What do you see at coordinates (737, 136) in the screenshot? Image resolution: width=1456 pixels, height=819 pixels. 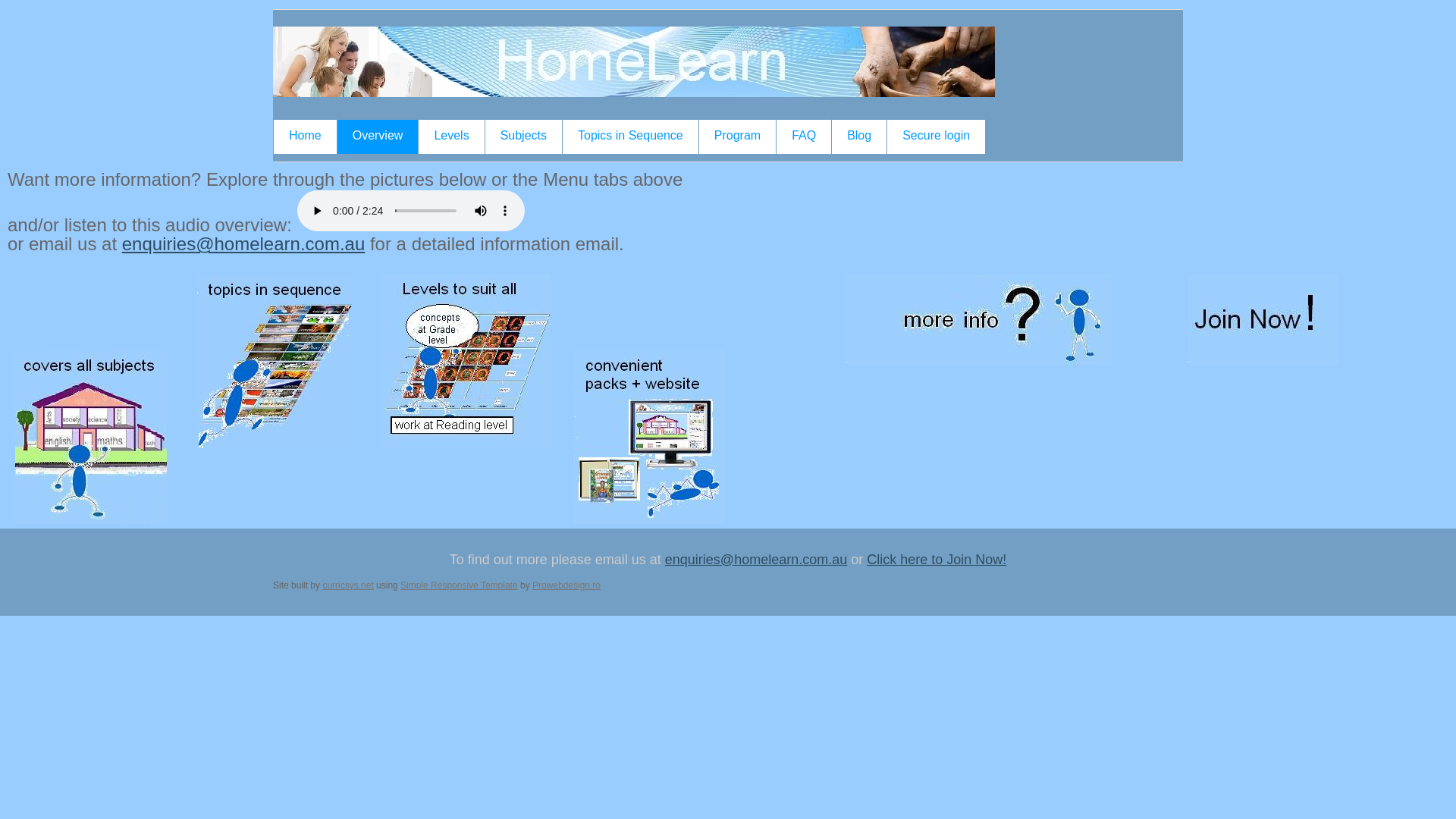 I see `'Program'` at bounding box center [737, 136].